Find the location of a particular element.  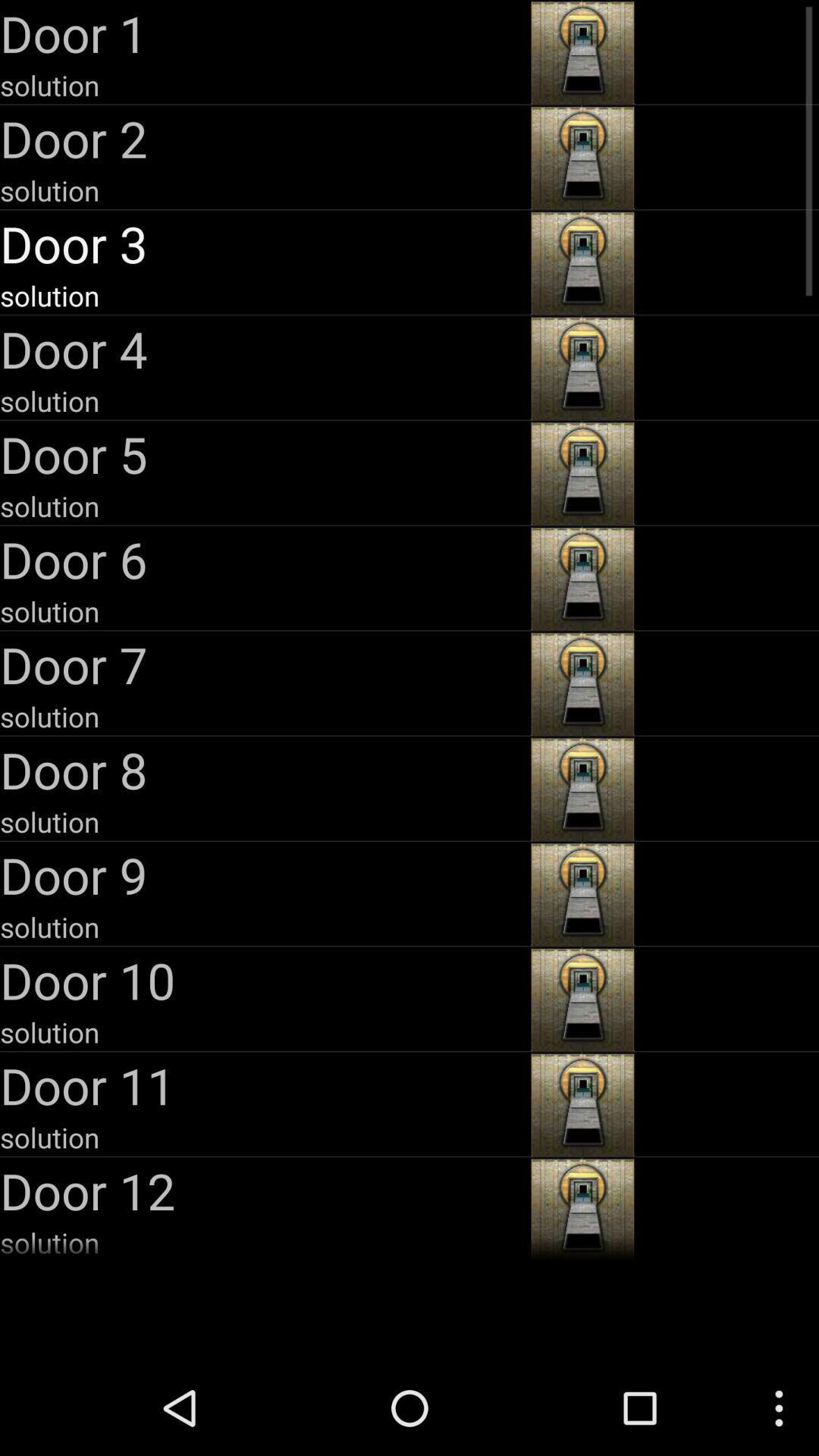

the door 6 app is located at coordinates (262, 558).